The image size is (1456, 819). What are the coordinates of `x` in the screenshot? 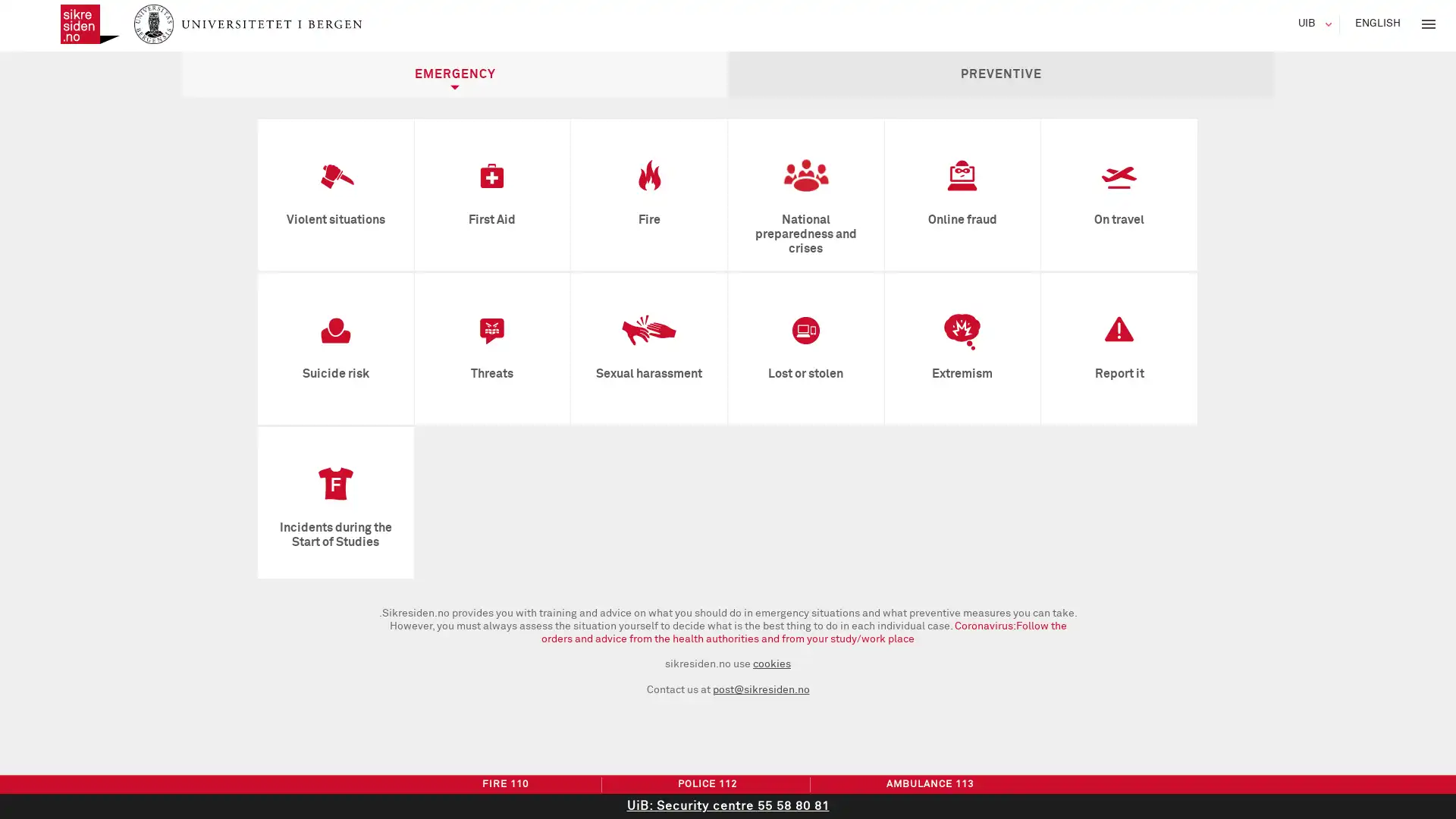 It's located at (1427, 24).